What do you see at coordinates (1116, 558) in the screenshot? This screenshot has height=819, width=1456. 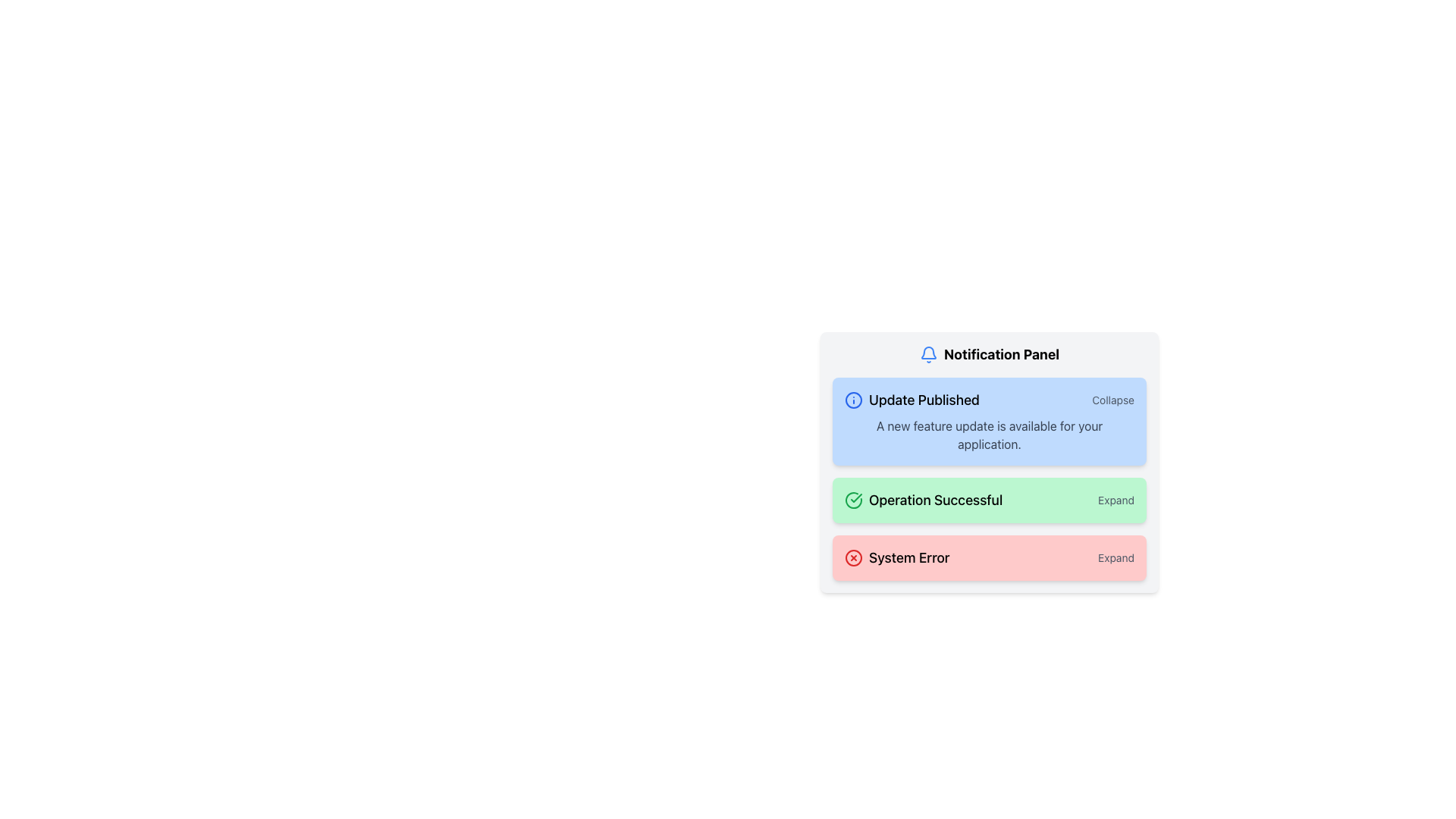 I see `the 'Expand' link in the top-right corner of the red 'System Error' notification block for accessibility navigation` at bounding box center [1116, 558].